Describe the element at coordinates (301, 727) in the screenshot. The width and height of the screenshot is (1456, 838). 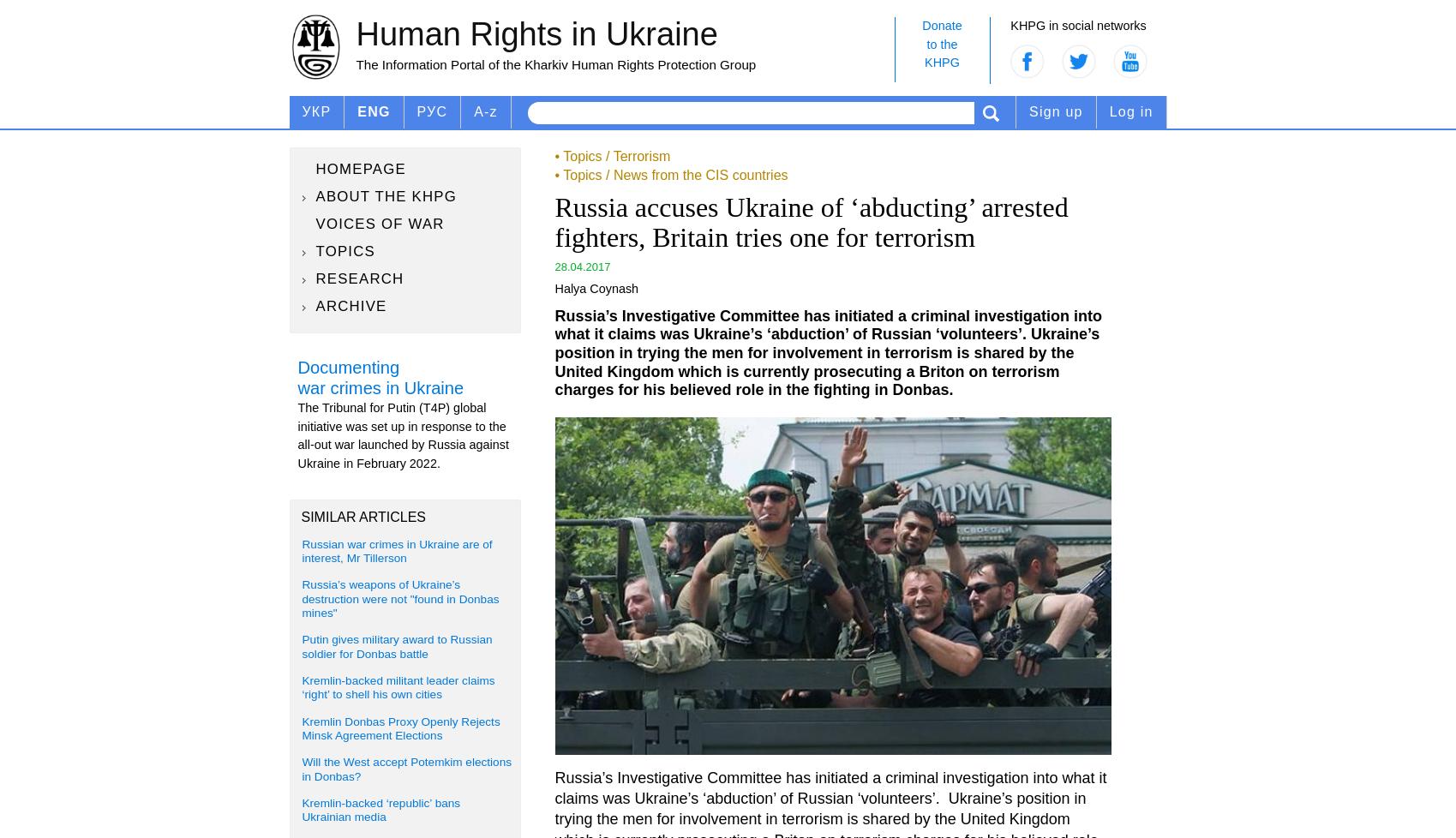
I see `'Kremlin Donbas Proxy Openly Rejects Minsk Agreement Elections'` at that location.